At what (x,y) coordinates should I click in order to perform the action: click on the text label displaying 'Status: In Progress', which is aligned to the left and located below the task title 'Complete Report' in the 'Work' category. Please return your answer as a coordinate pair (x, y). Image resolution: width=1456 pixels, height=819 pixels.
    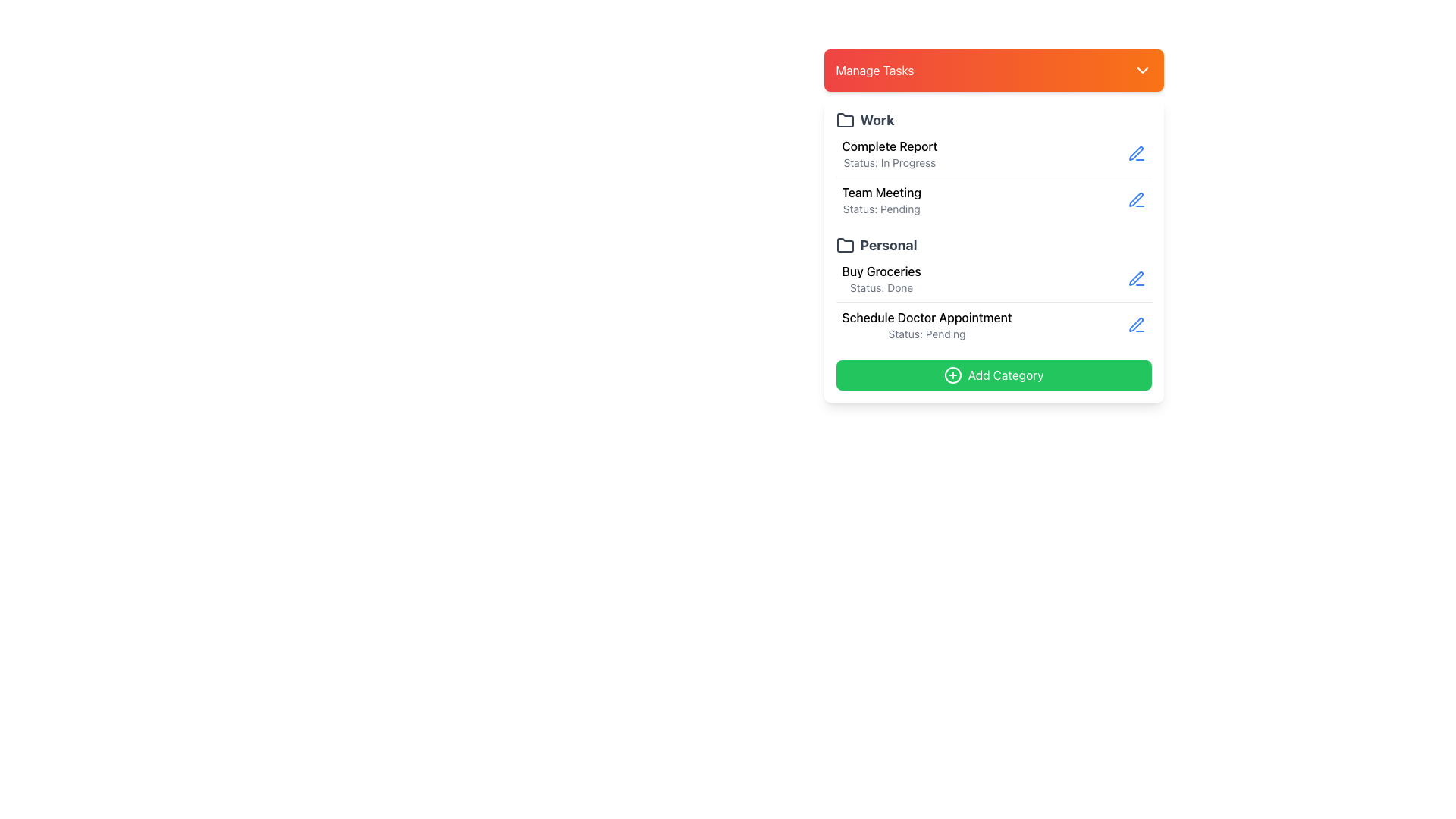
    Looking at the image, I should click on (890, 163).